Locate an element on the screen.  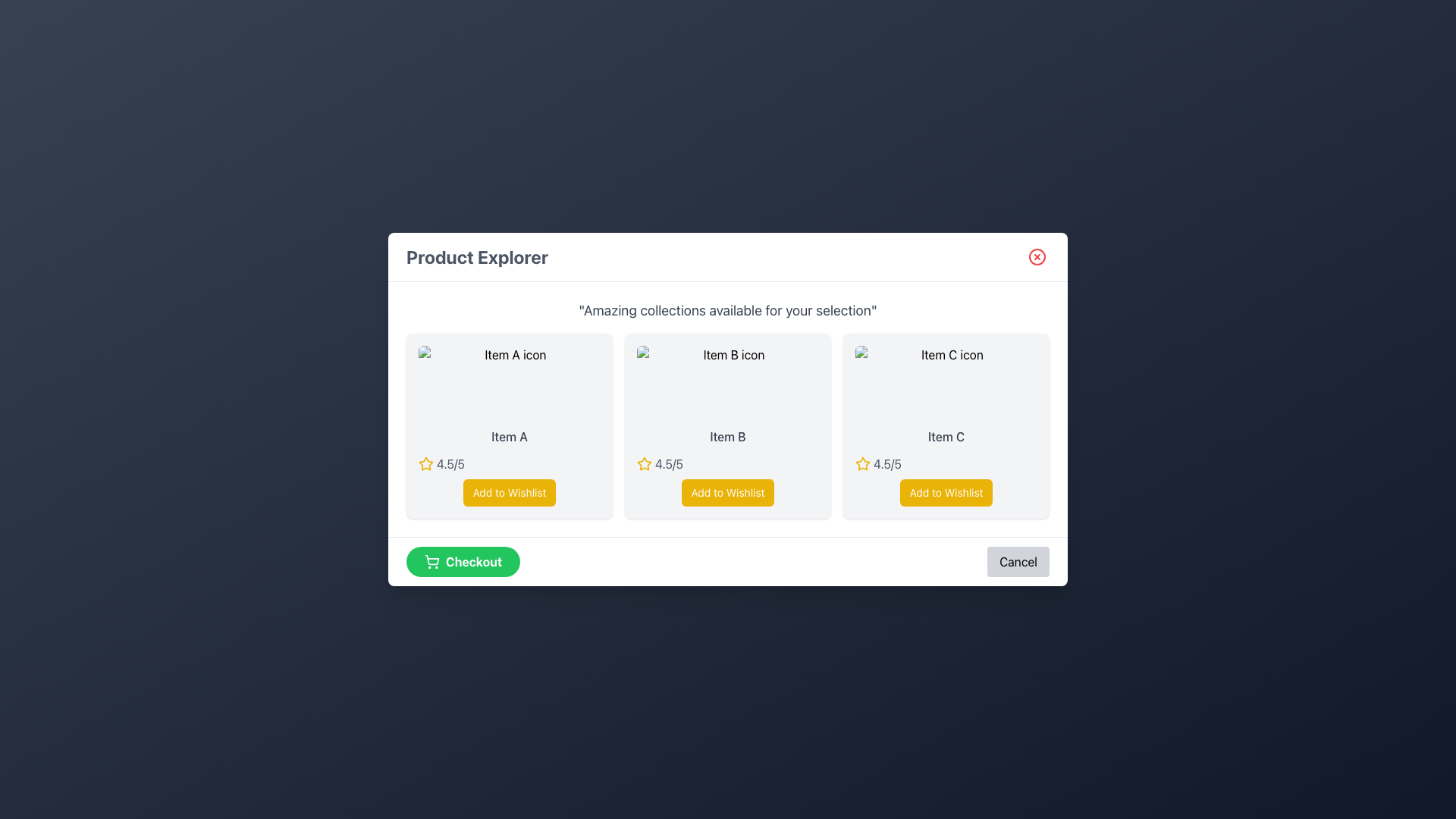
the close button for the Product Explorer section, which is located at the far right of the header containing the text 'Product Explorer' is located at coordinates (1037, 256).